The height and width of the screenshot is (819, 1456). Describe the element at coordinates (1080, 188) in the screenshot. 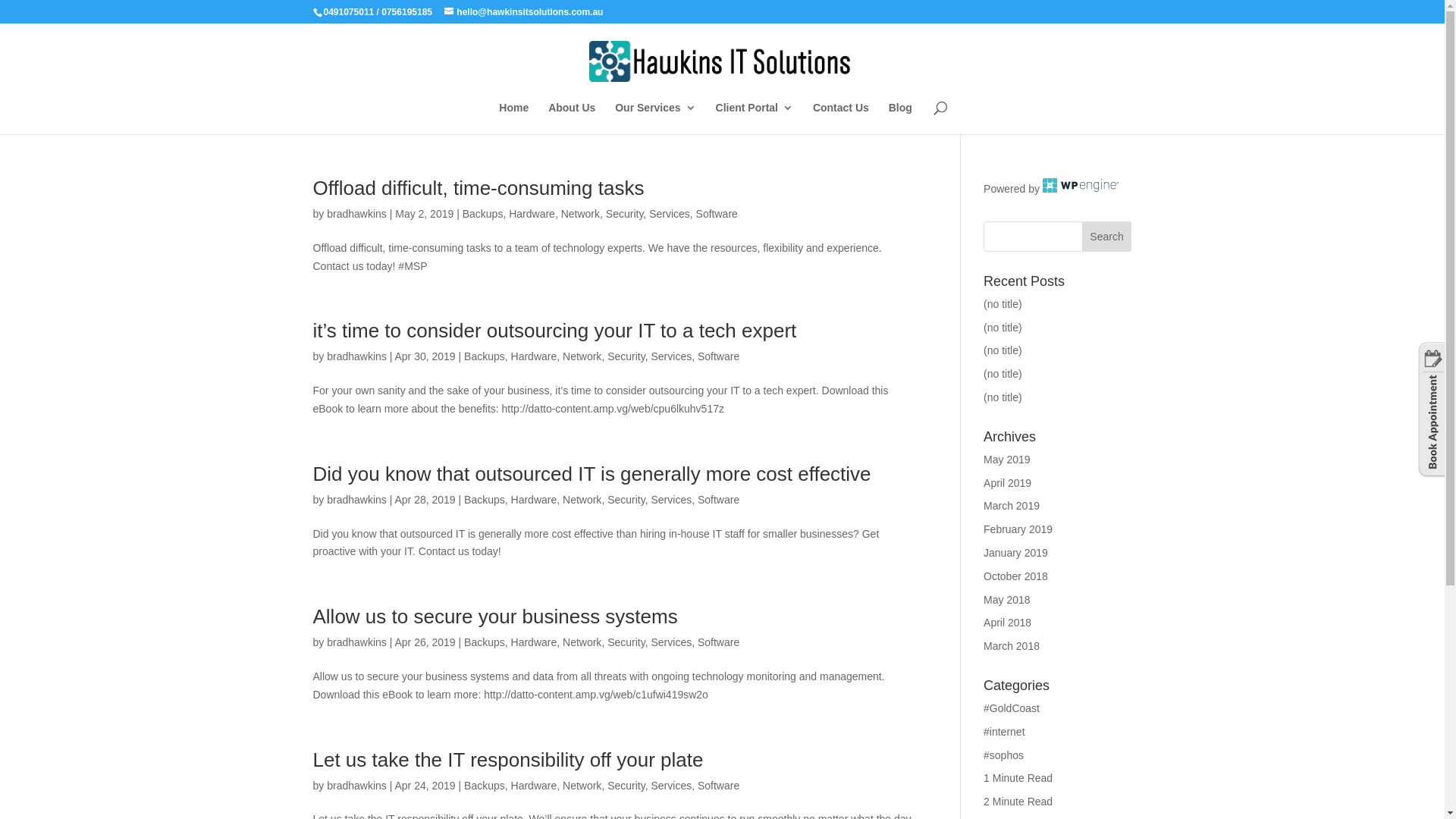

I see `'Managed WordPress Hosting'` at that location.